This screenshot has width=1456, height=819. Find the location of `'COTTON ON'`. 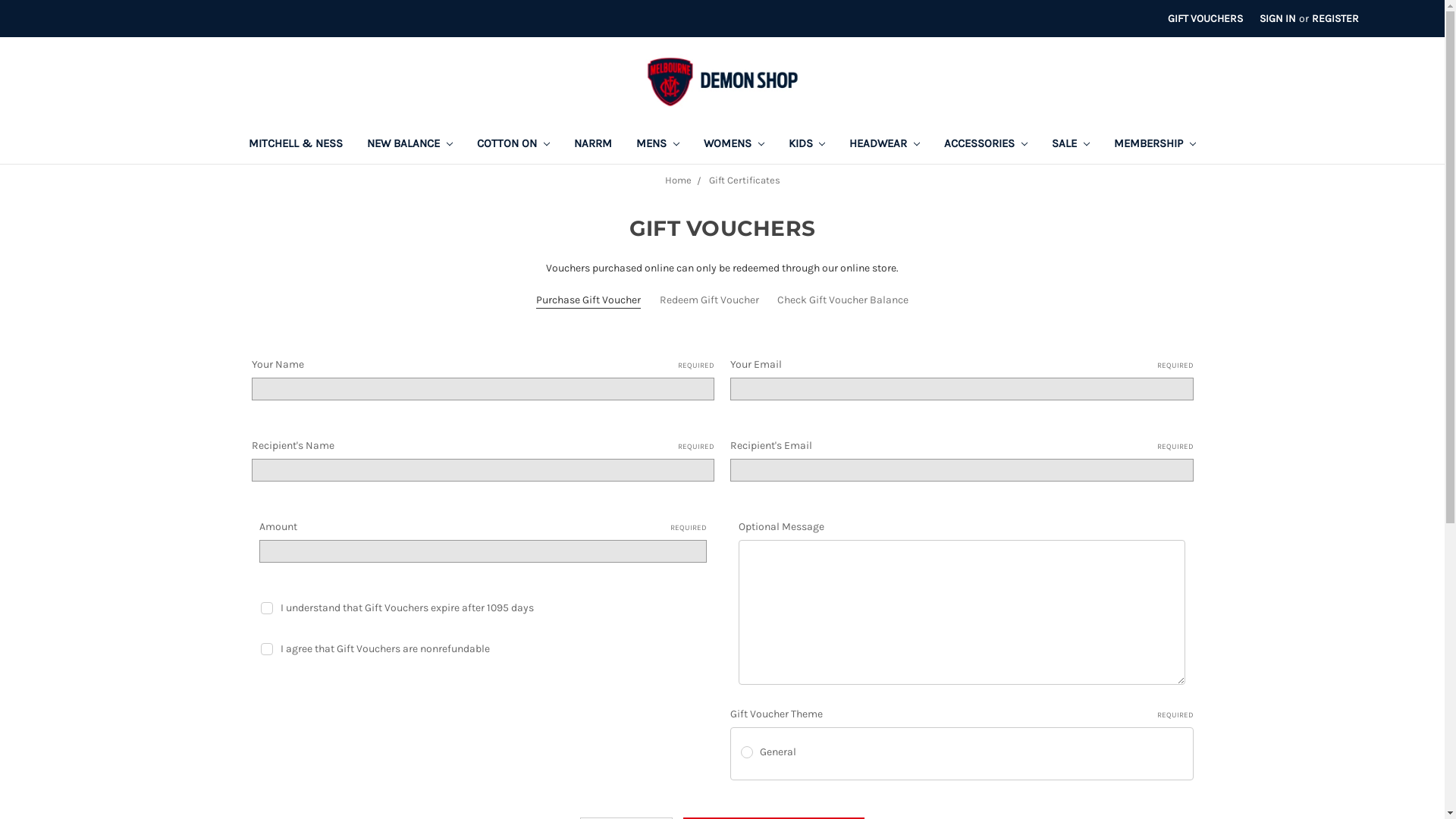

'COTTON ON' is located at coordinates (513, 145).